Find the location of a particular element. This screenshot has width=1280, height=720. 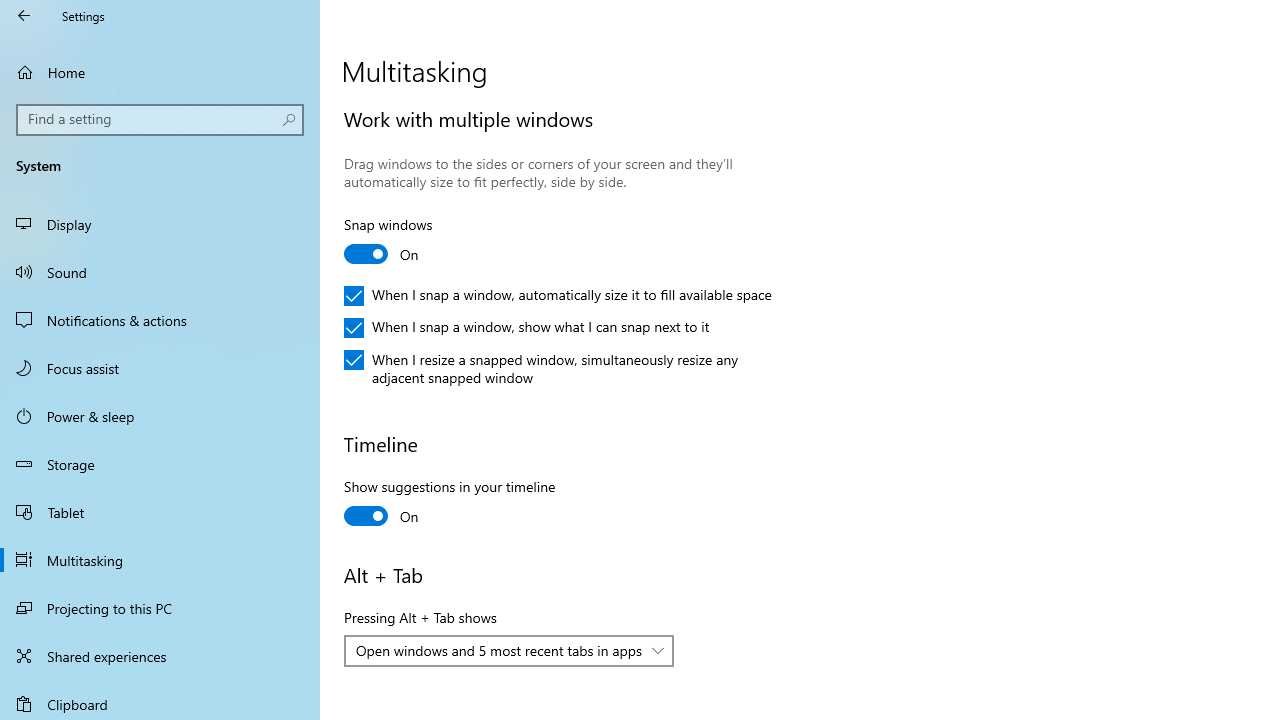

'Pressing Alt + Tab shows' is located at coordinates (509, 650).